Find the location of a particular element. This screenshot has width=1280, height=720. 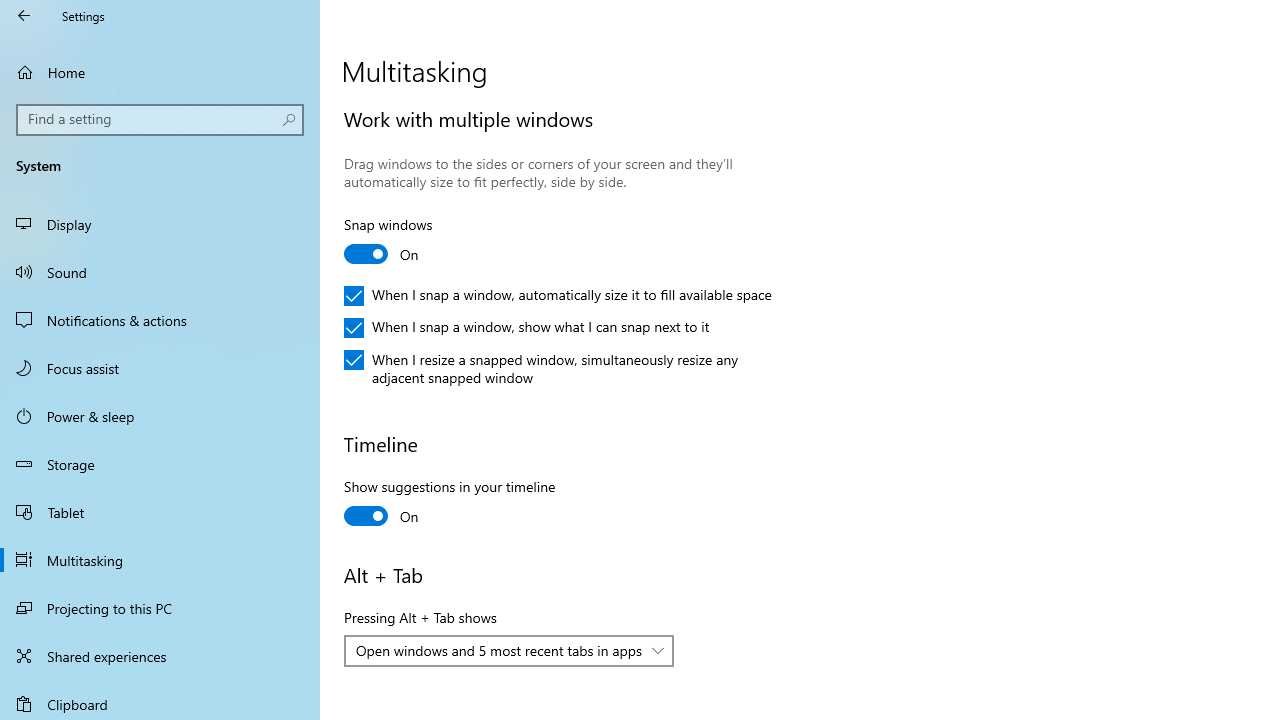

'Pressing Alt + Tab shows' is located at coordinates (509, 650).